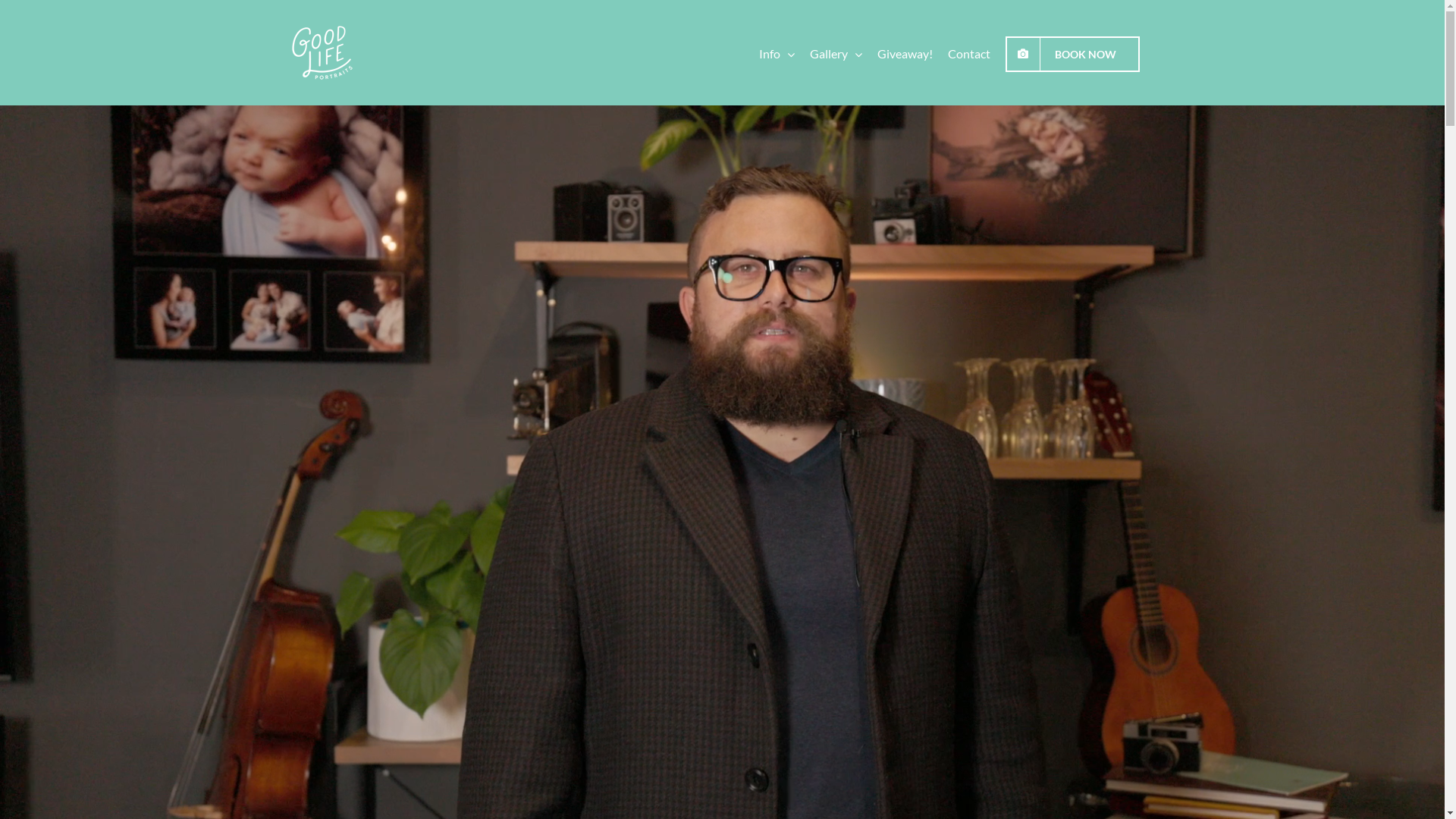 The height and width of the screenshot is (819, 1456). I want to click on 'Info', so click(776, 52).